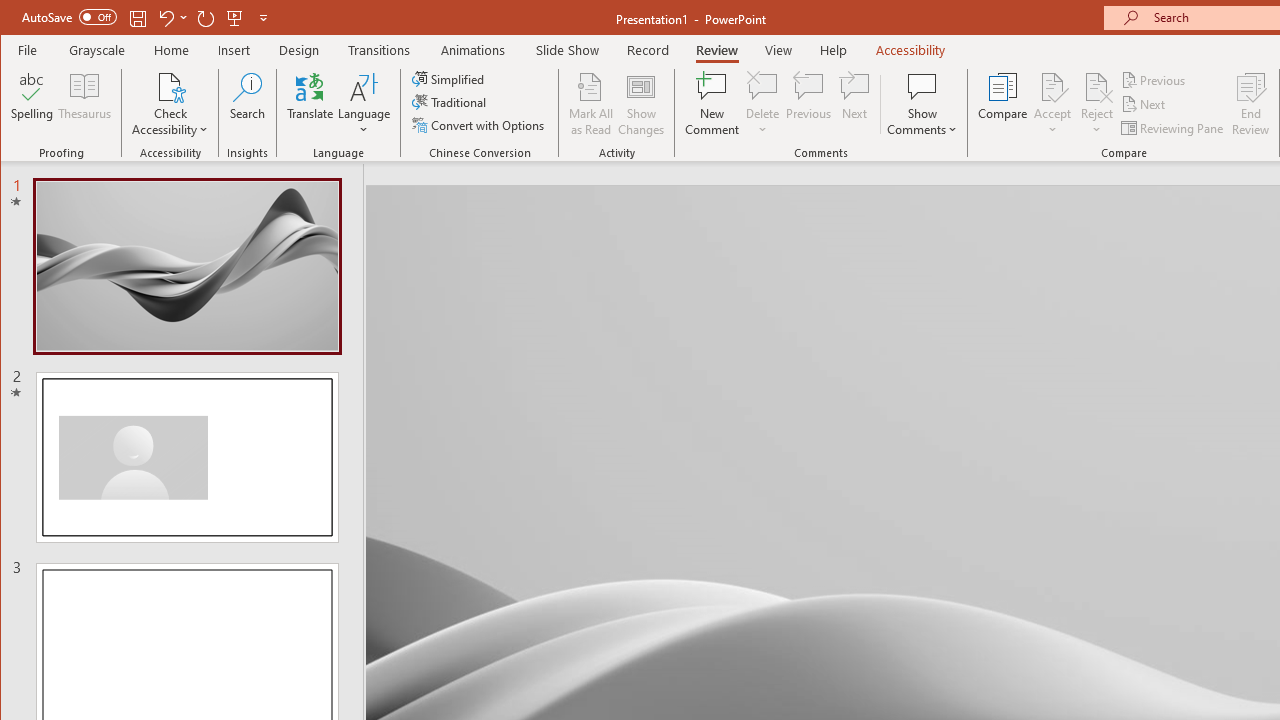 This screenshot has width=1280, height=720. I want to click on 'New Comment', so click(712, 104).